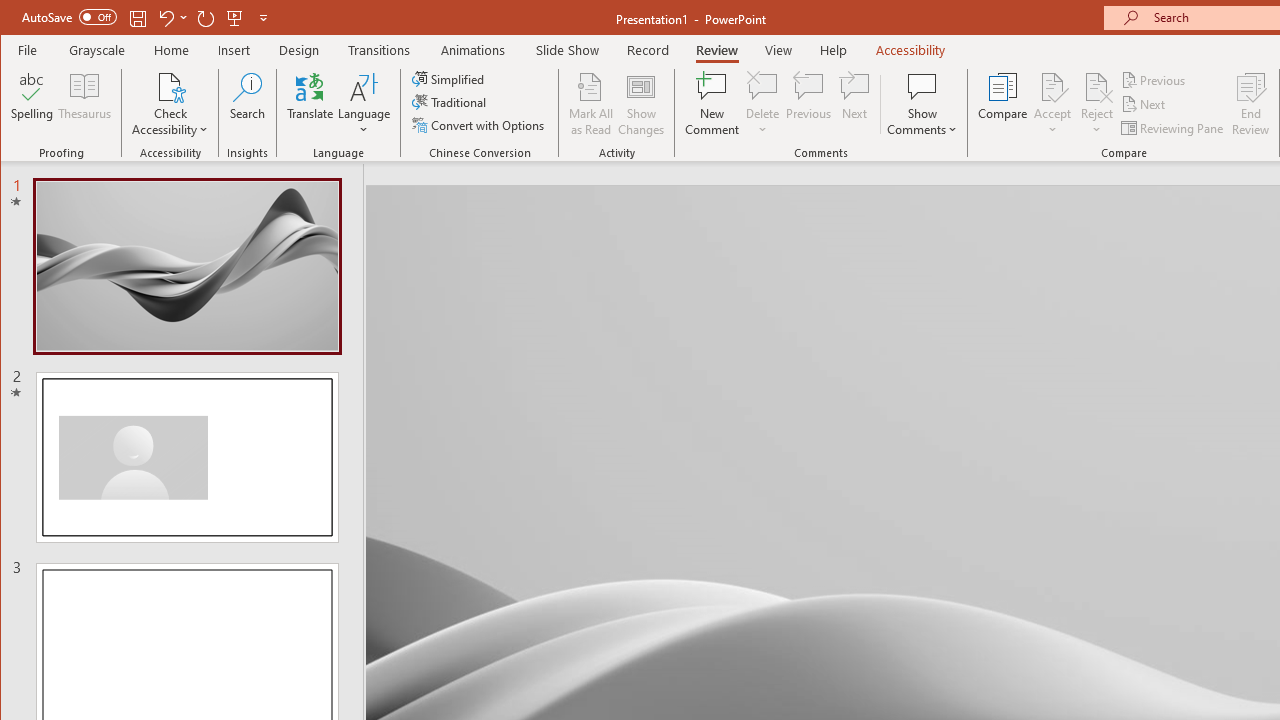 This screenshot has width=1280, height=720. I want to click on 'New Comment', so click(712, 104).